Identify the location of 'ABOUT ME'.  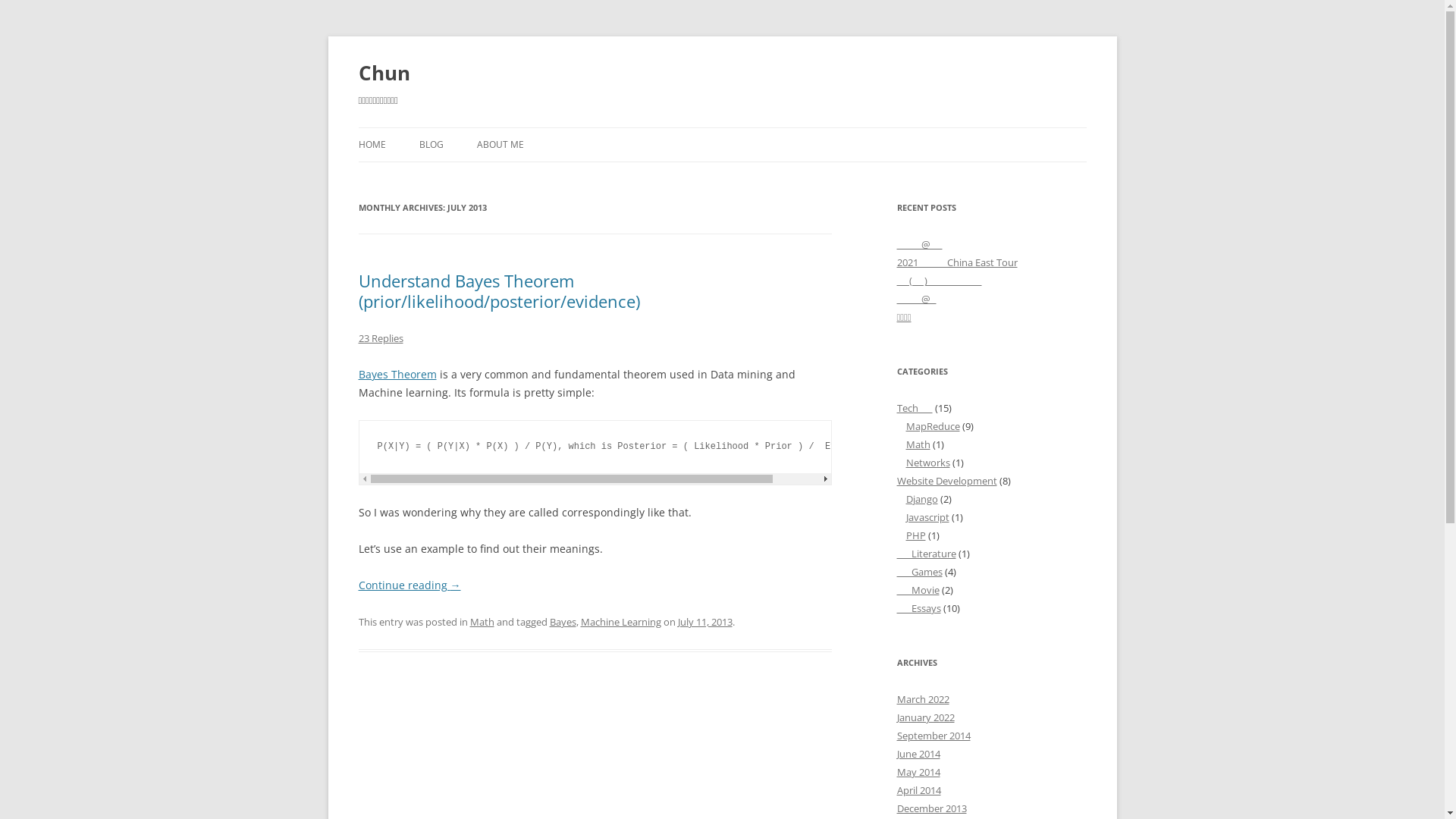
(499, 145).